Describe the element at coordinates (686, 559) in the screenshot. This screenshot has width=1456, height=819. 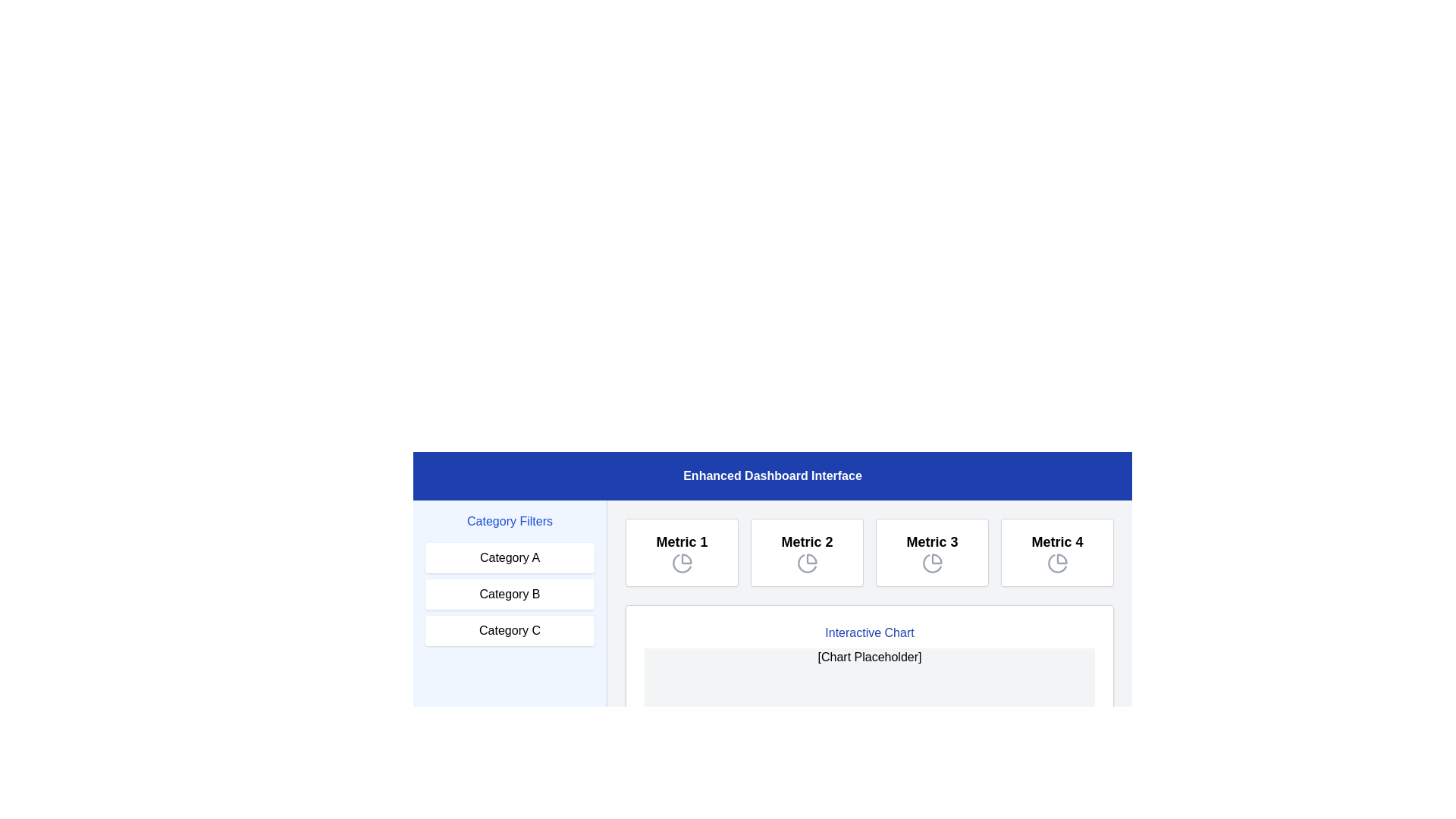
I see `the SVG icon representing a portion of the pie chart located in the 'Metric 1' box` at that location.